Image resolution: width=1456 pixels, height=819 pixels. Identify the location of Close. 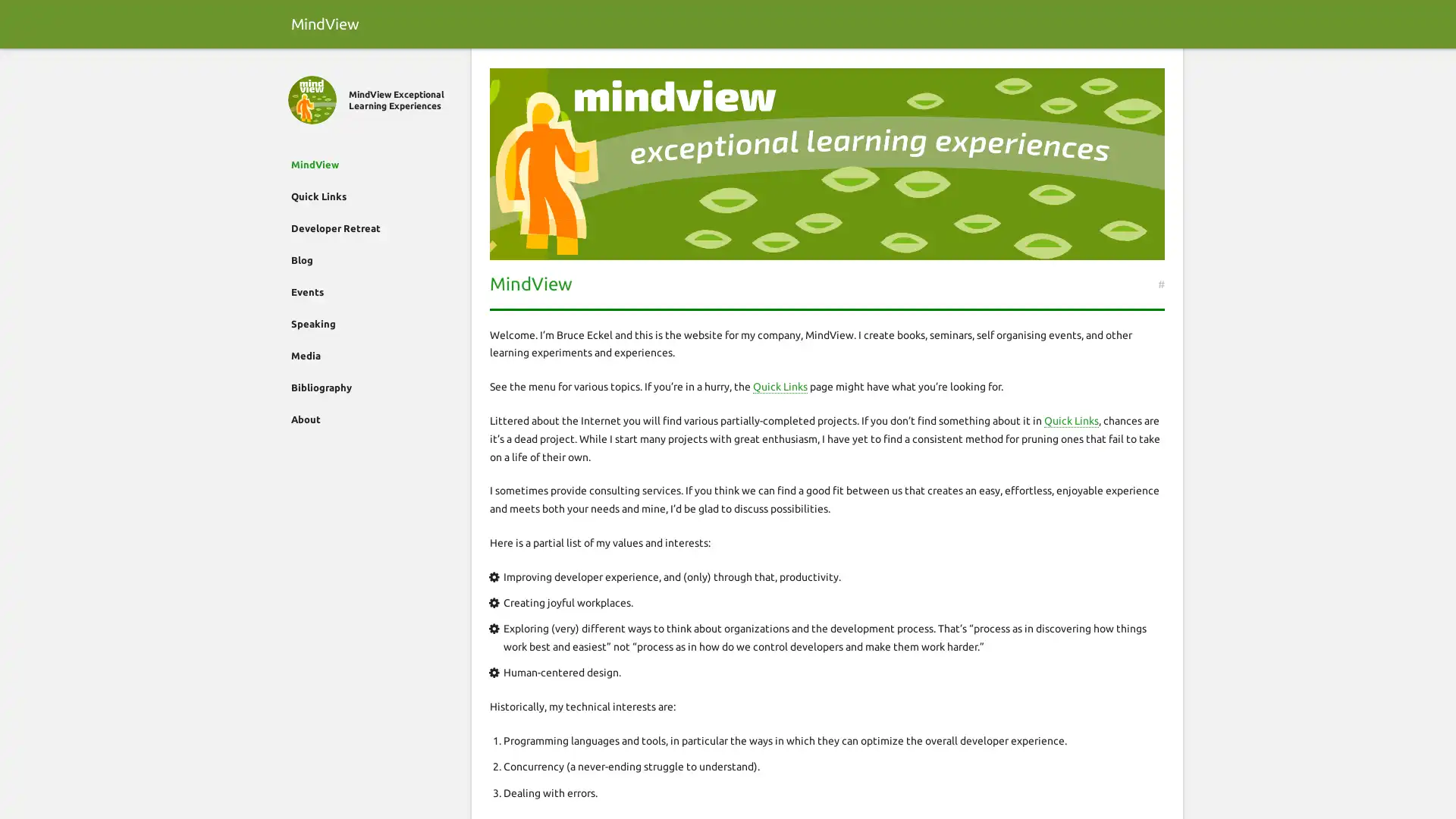
(297, 66).